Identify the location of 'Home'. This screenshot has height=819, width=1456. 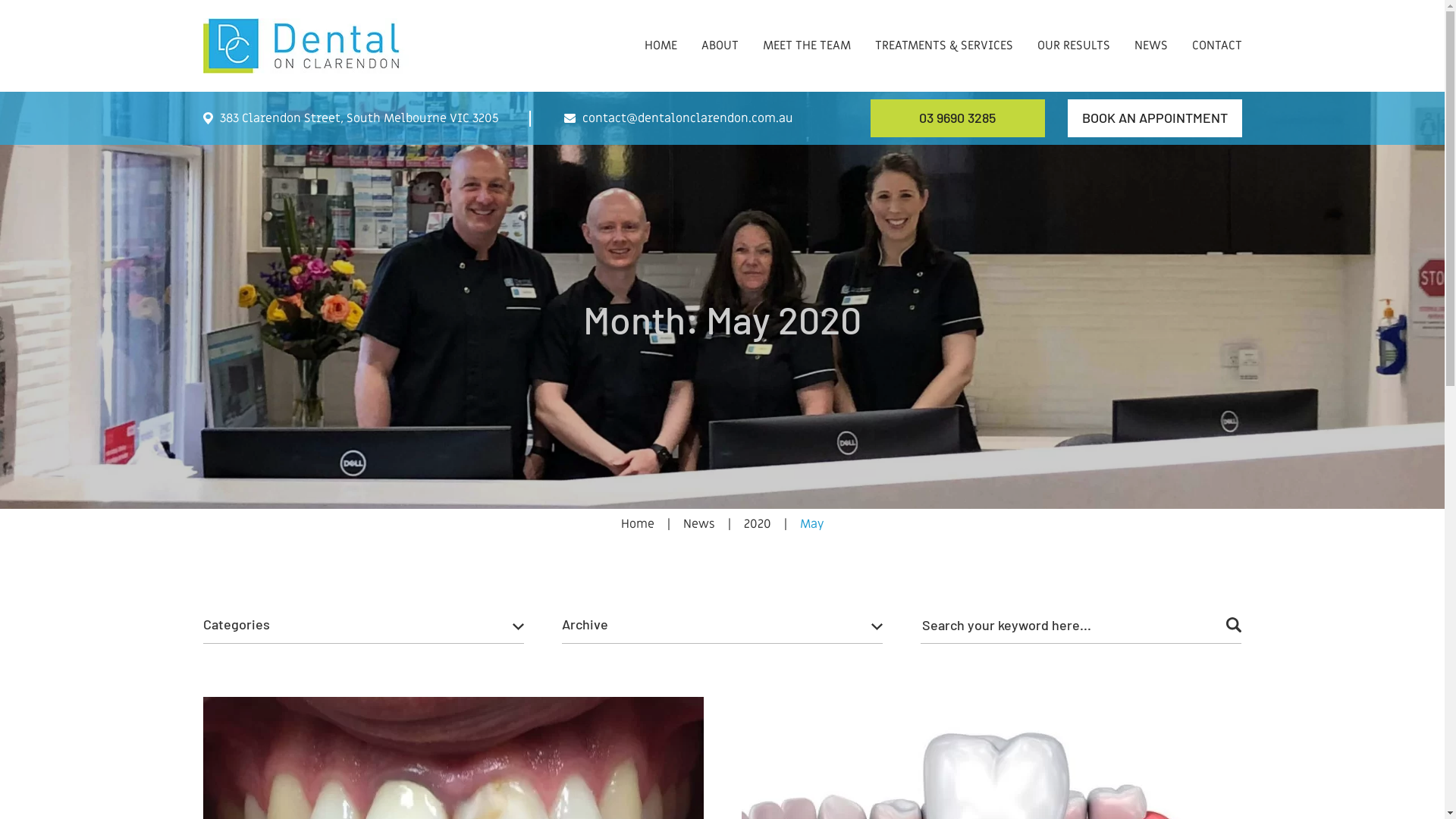
(637, 522).